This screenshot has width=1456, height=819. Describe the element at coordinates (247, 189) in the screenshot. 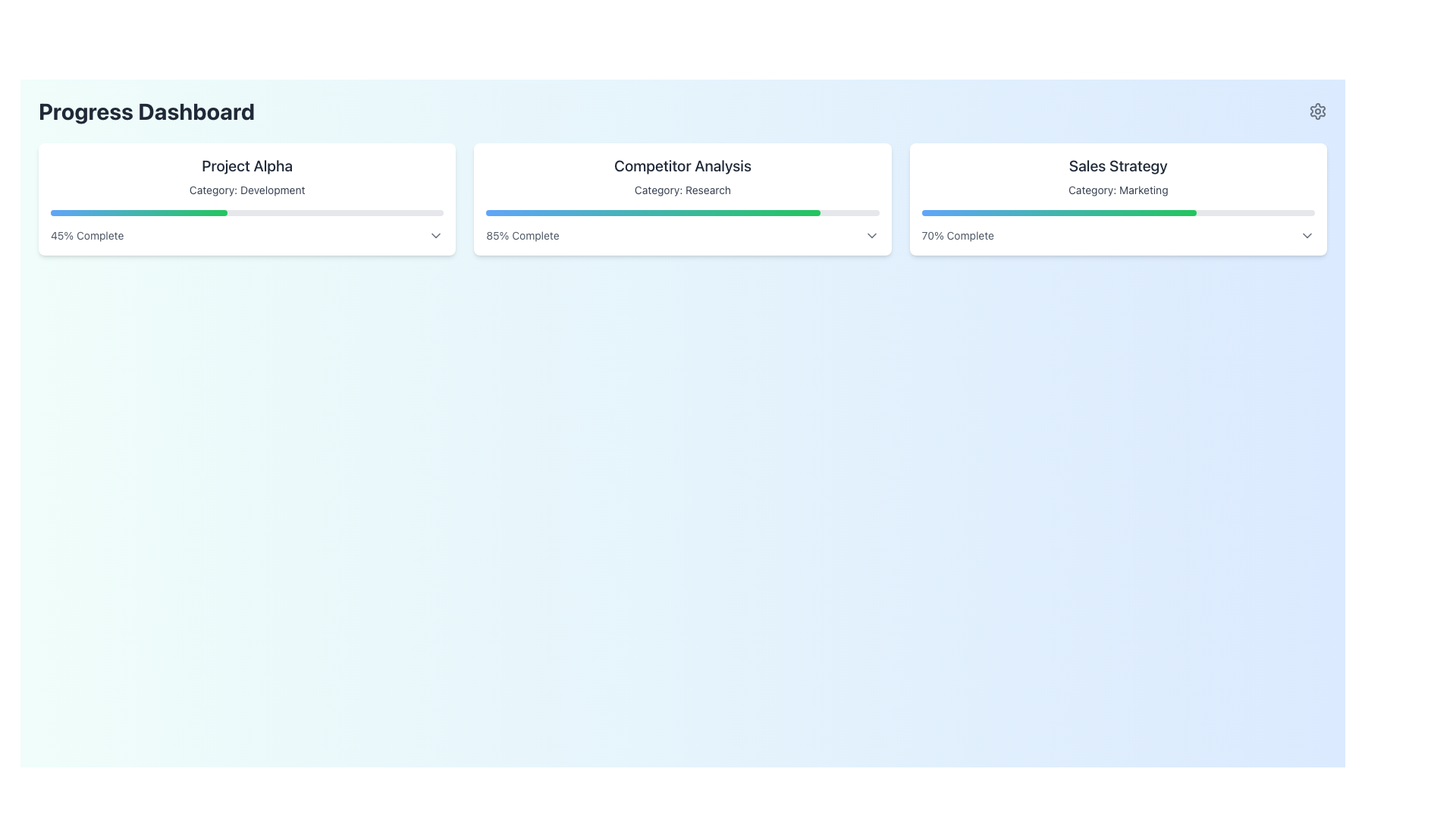

I see `the text label displaying 'Category: Development', which is centered in a white card element beneath the header 'Project Alpha'` at that location.